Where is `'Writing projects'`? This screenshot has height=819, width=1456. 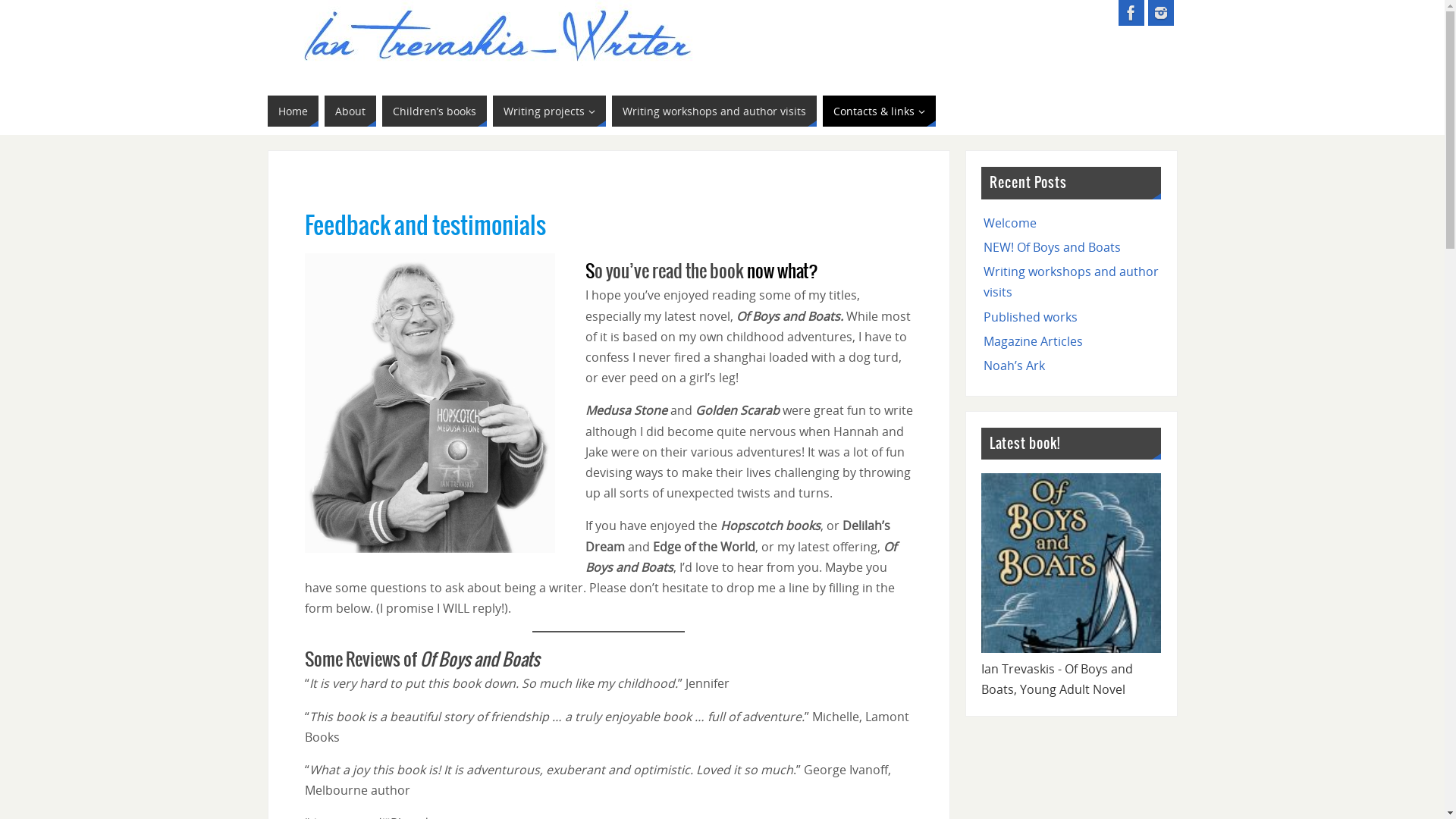 'Writing projects' is located at coordinates (492, 110).